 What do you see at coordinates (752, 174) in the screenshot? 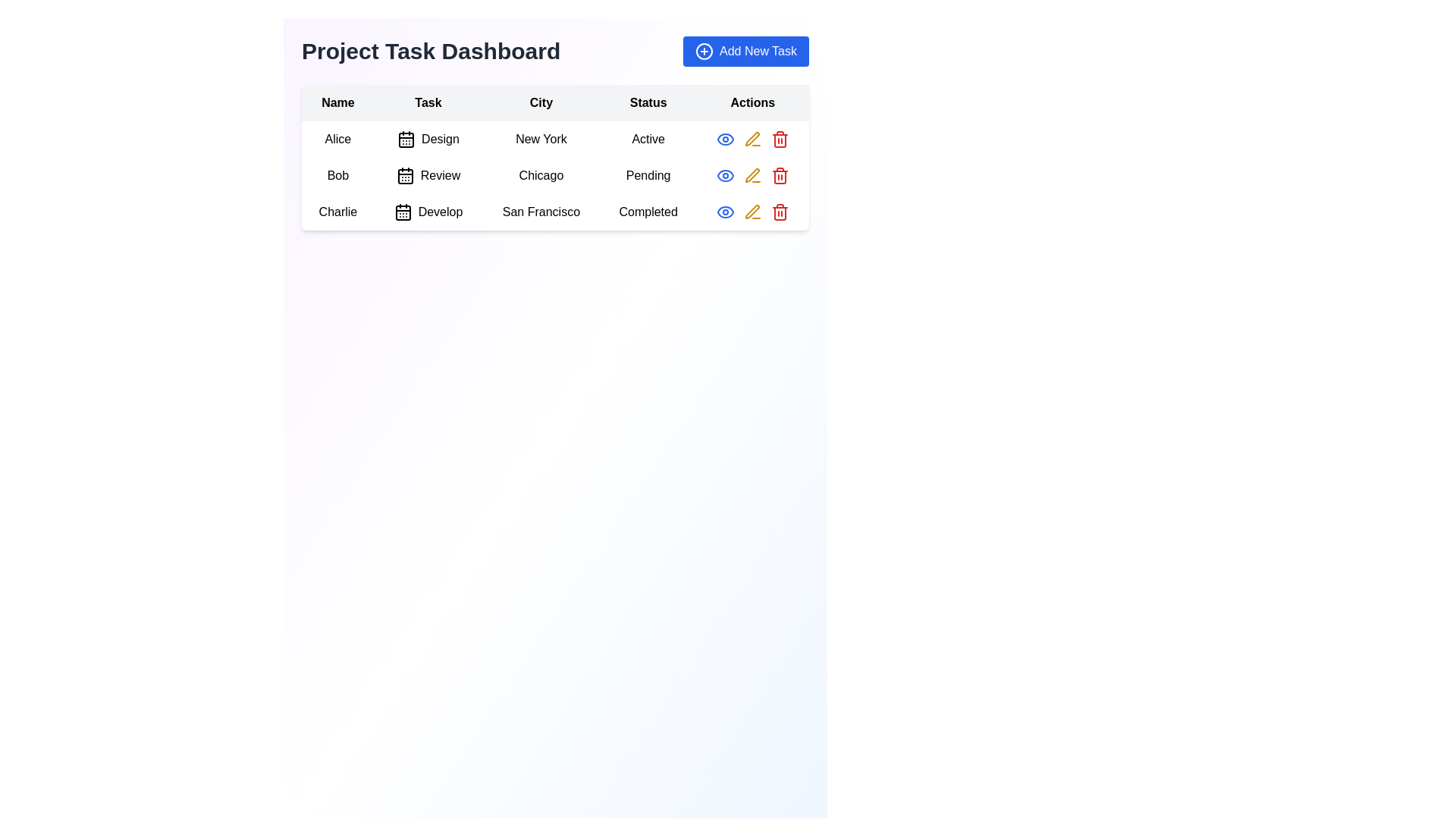
I see `the 'Edit' button represented by a pen icon in the second row of the table under the 'Actions' column, which is positioned between a blue eye icon and a red trash bin icon` at bounding box center [752, 174].